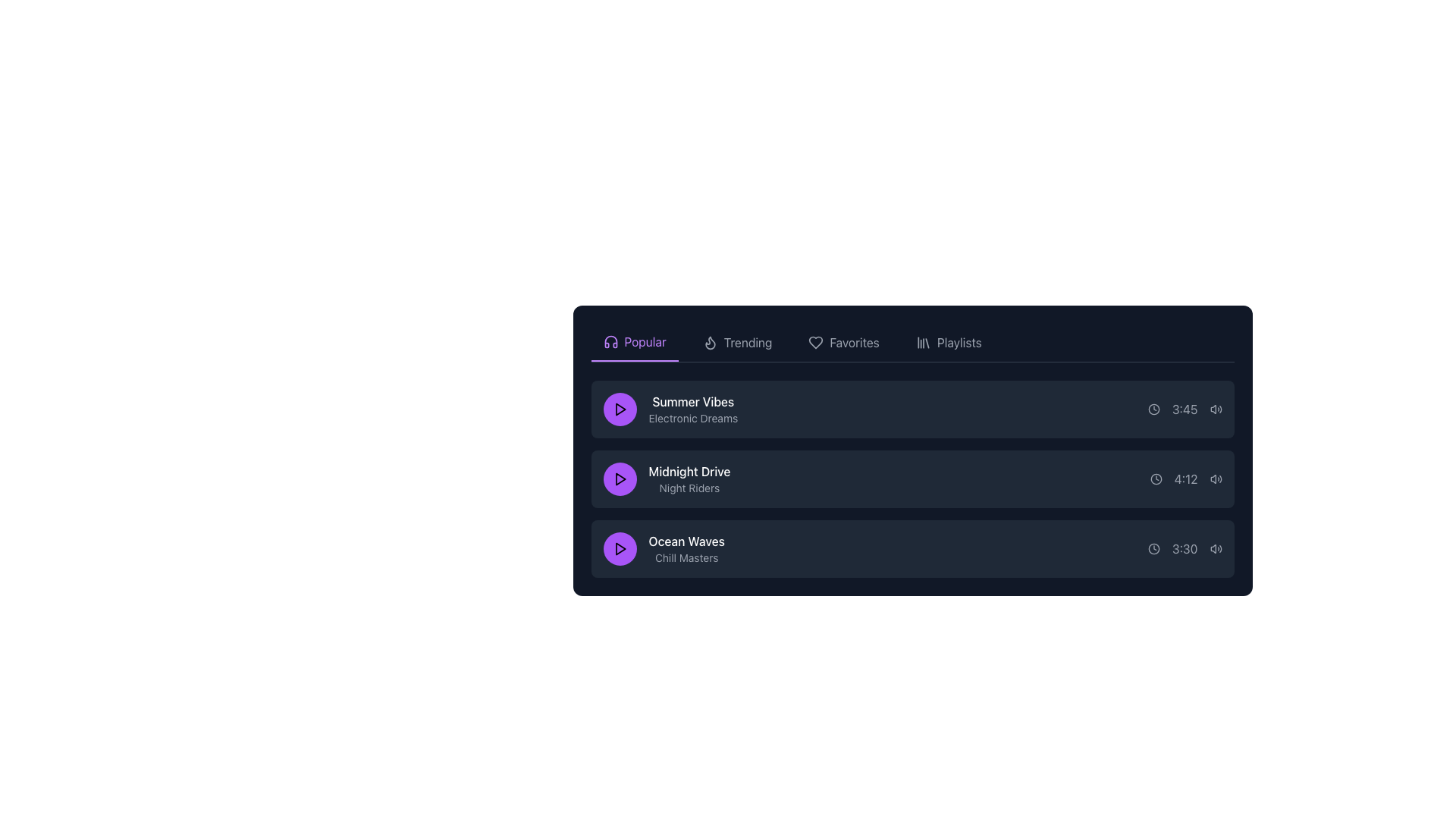 This screenshot has width=1456, height=819. Describe the element at coordinates (709, 342) in the screenshot. I see `the 'Trending' tab icon on the top navigation bar to potentially display a tooltip` at that location.